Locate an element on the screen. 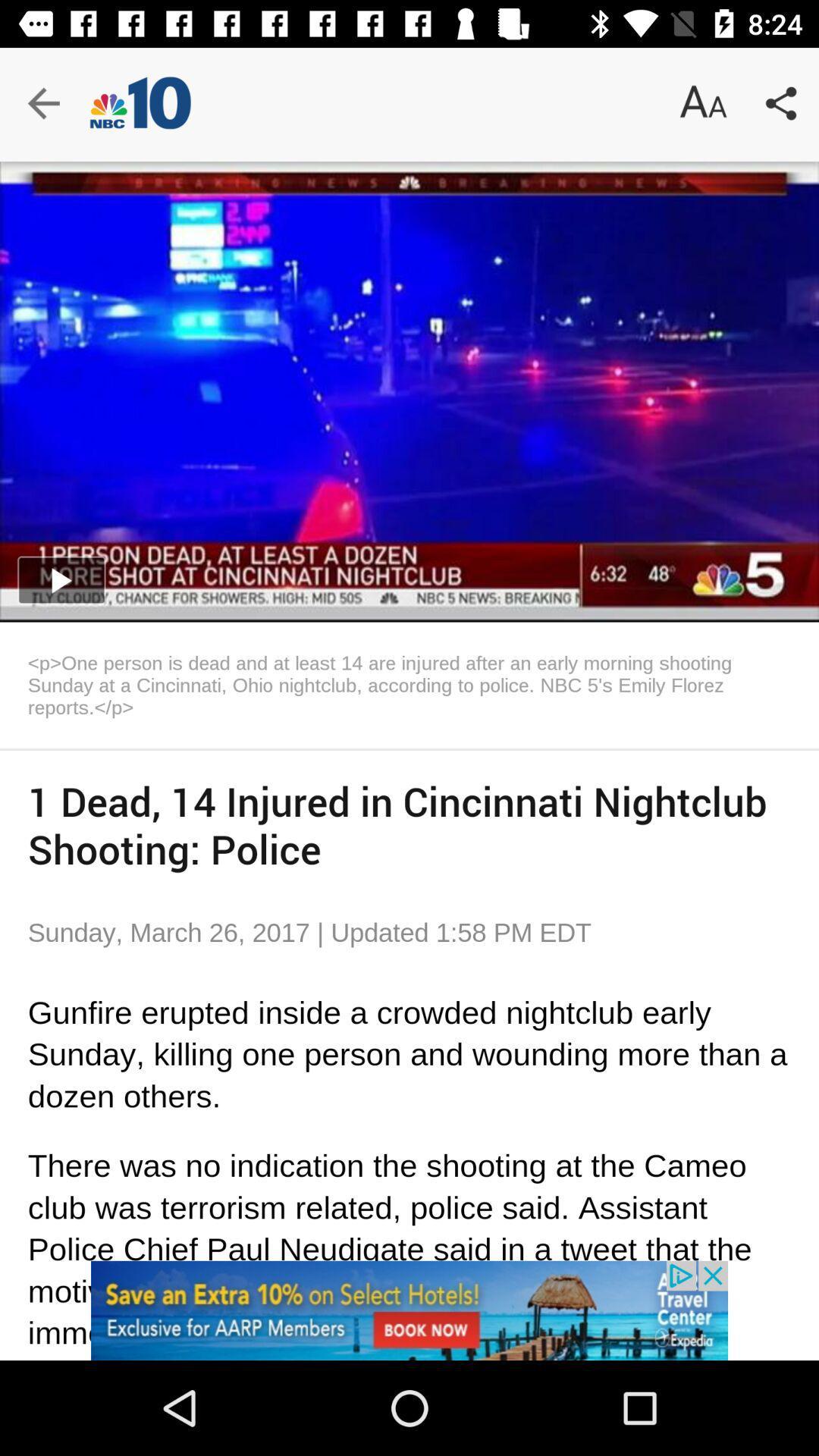 The width and height of the screenshot is (819, 1456). the play icon is located at coordinates (61, 579).